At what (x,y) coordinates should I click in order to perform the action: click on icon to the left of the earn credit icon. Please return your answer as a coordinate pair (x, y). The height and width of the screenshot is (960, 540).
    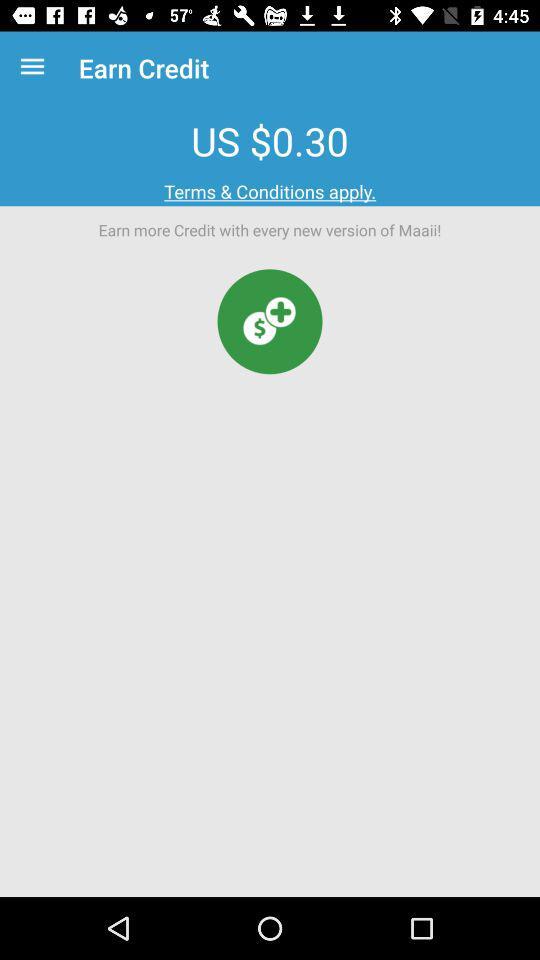
    Looking at the image, I should click on (36, 68).